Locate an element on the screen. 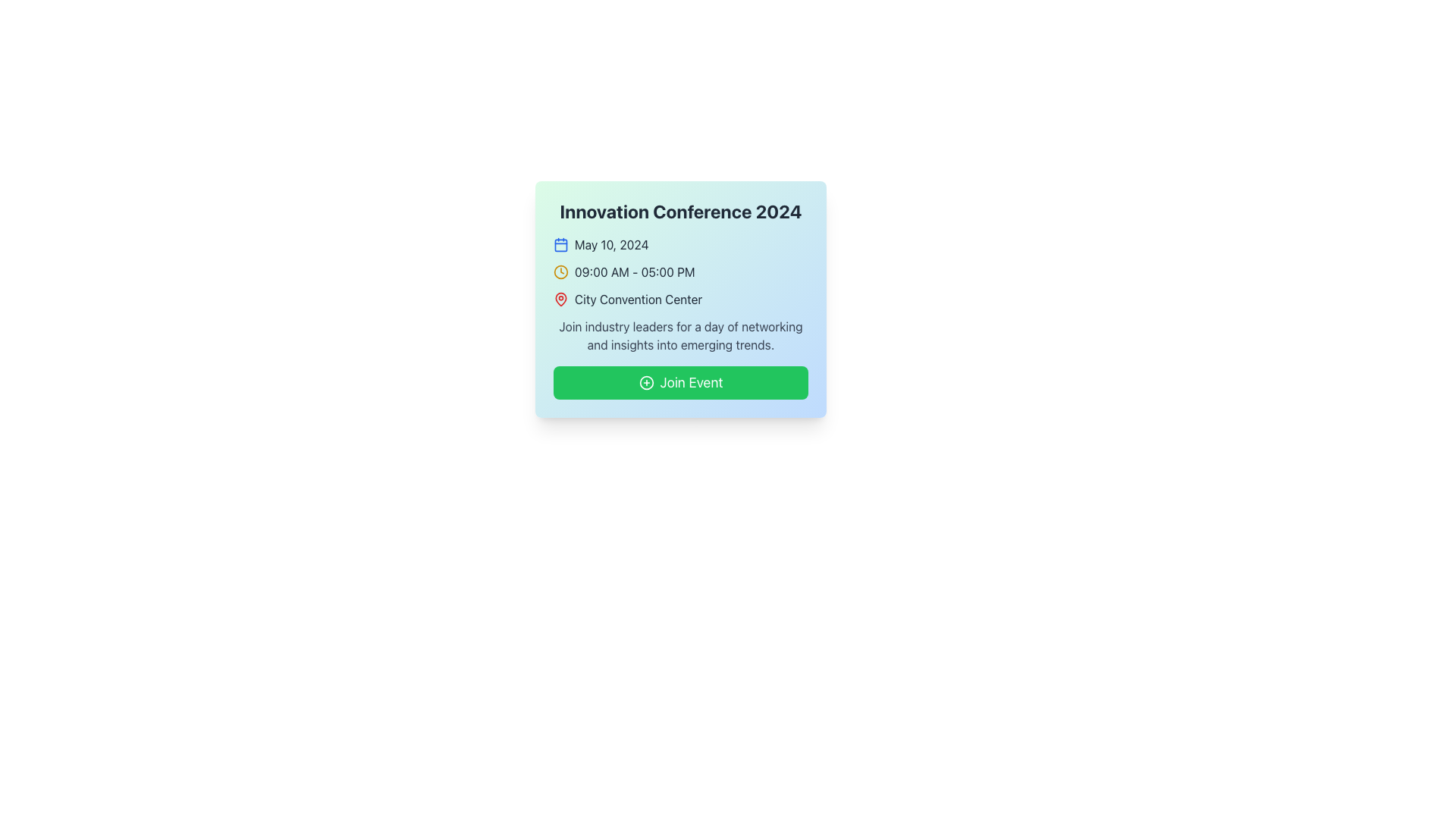 This screenshot has width=1456, height=819. the Text Label that displays the event location, positioned below the time information and above the paragraph description, to potentially trigger additional location-related actions is located at coordinates (639, 299).